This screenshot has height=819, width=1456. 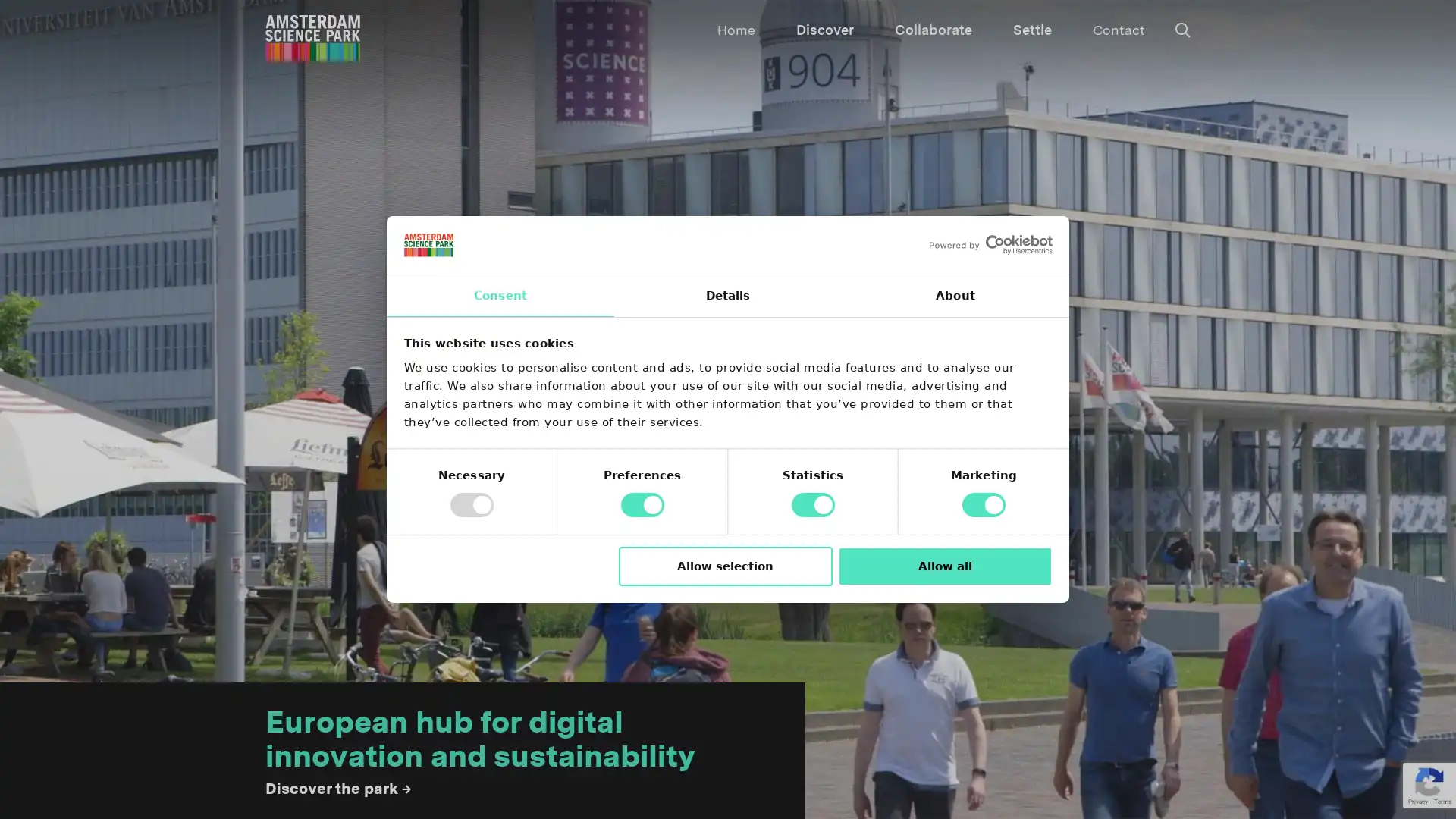 I want to click on Allow all, so click(x=944, y=566).